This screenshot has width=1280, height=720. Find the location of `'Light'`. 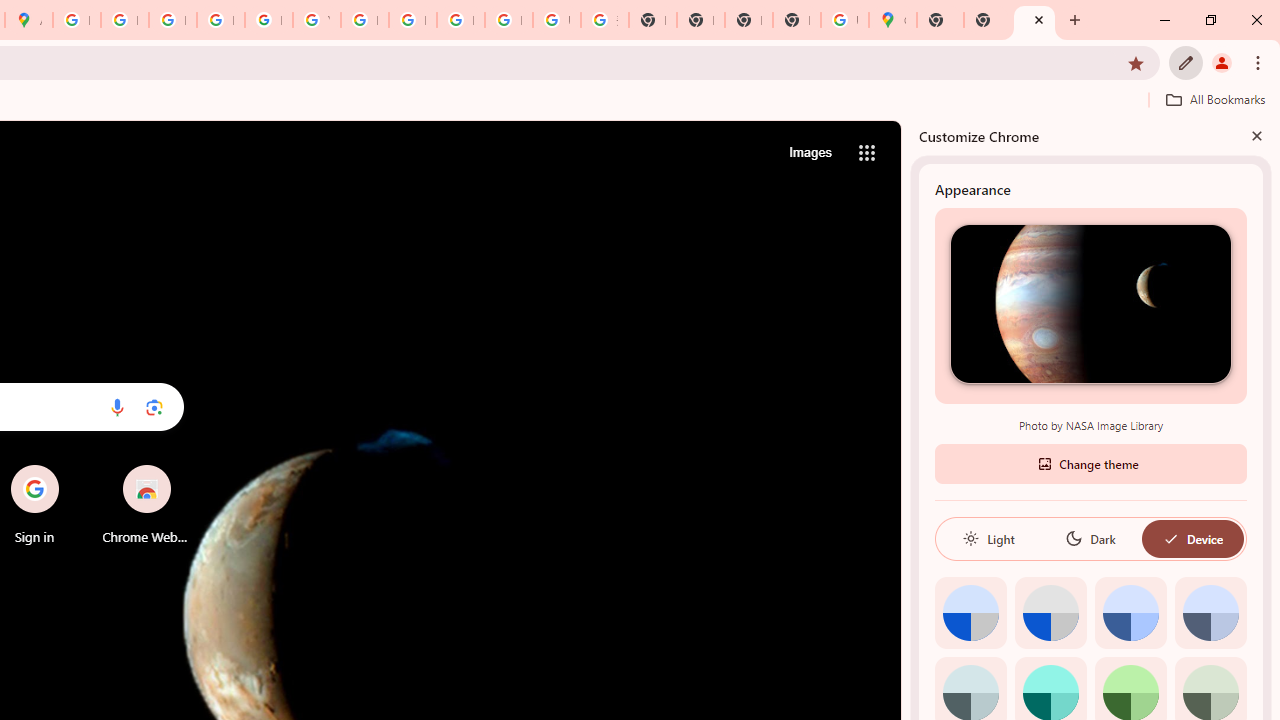

'Light' is located at coordinates (988, 537).